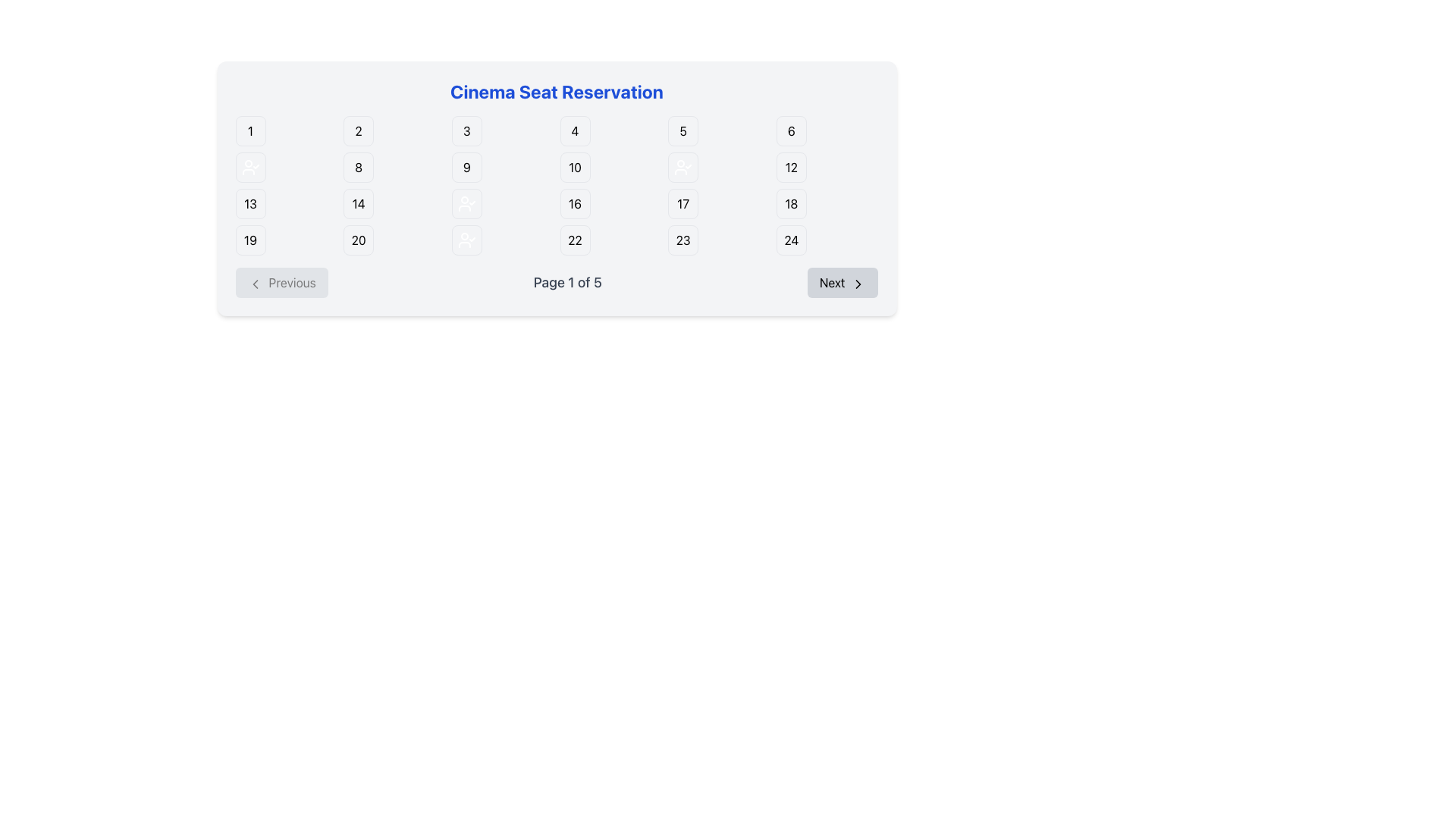  What do you see at coordinates (466, 203) in the screenshot?
I see `the state of the reserved seat button located in the cinema reservation system, identified as the fourth button from the left in the row starting with button '13'` at bounding box center [466, 203].